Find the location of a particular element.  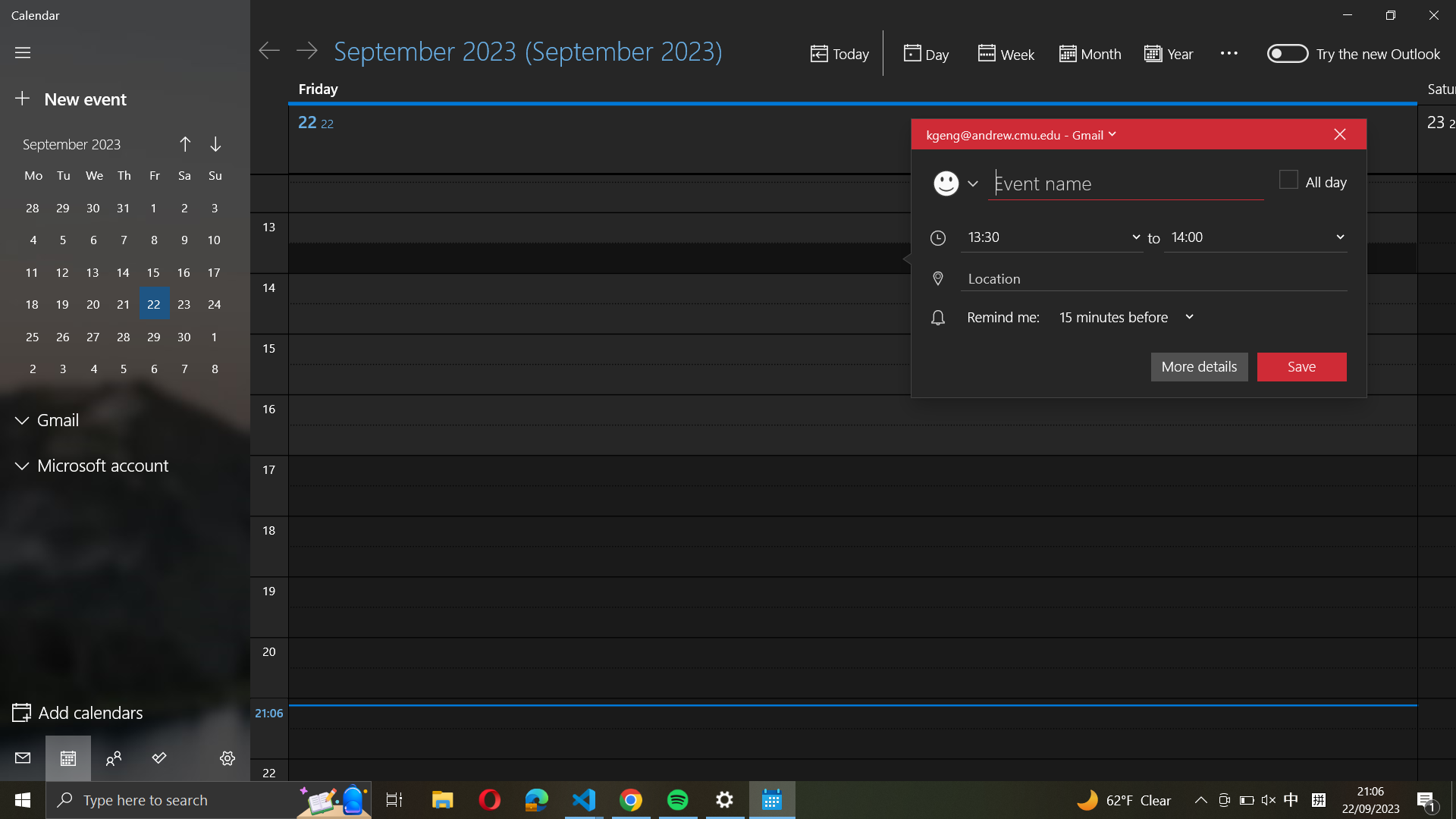

Shift to the last month on the calendar is located at coordinates (184, 146).